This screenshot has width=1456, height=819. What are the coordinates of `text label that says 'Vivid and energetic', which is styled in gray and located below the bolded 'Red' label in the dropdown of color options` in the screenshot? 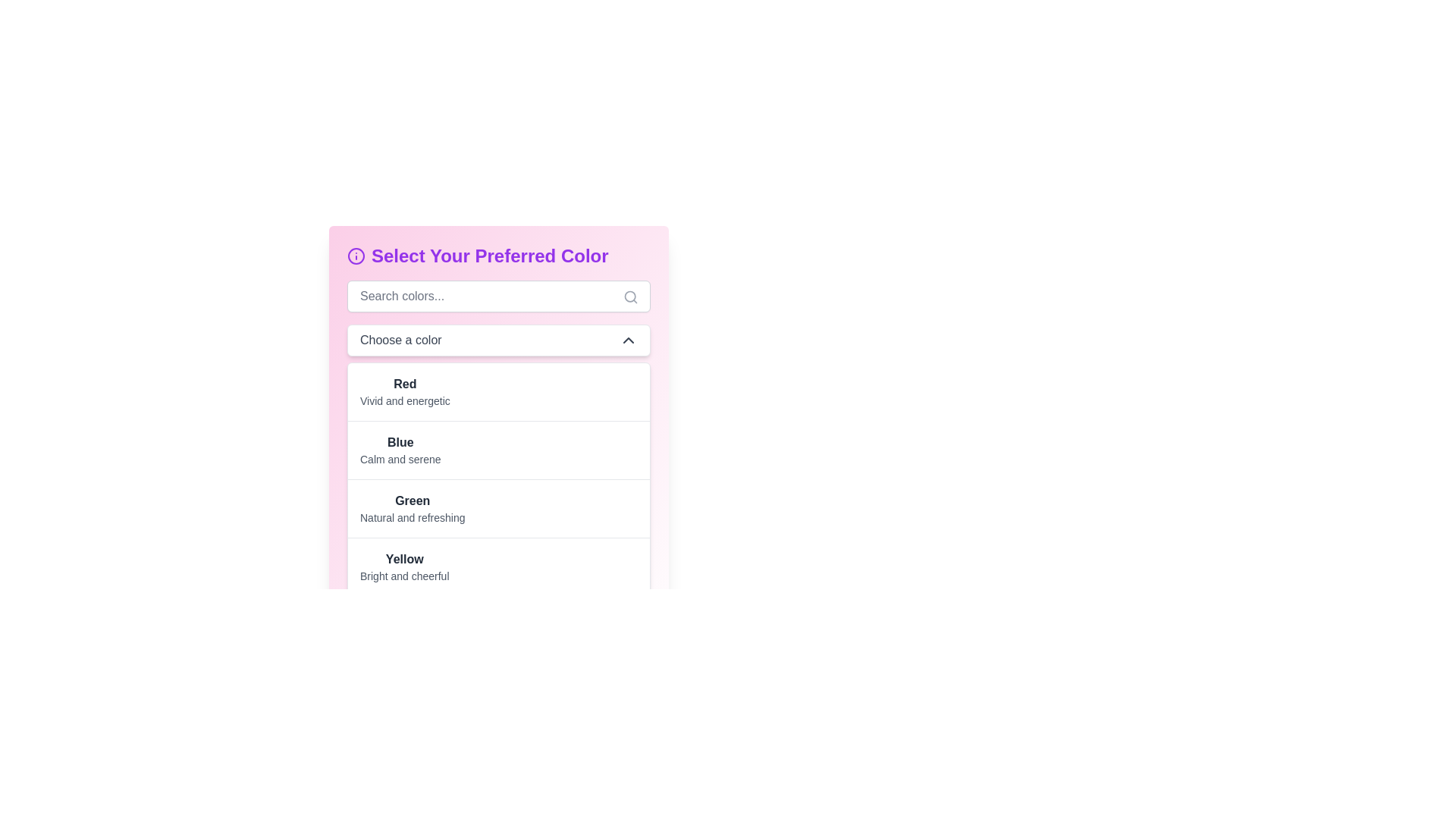 It's located at (405, 400).